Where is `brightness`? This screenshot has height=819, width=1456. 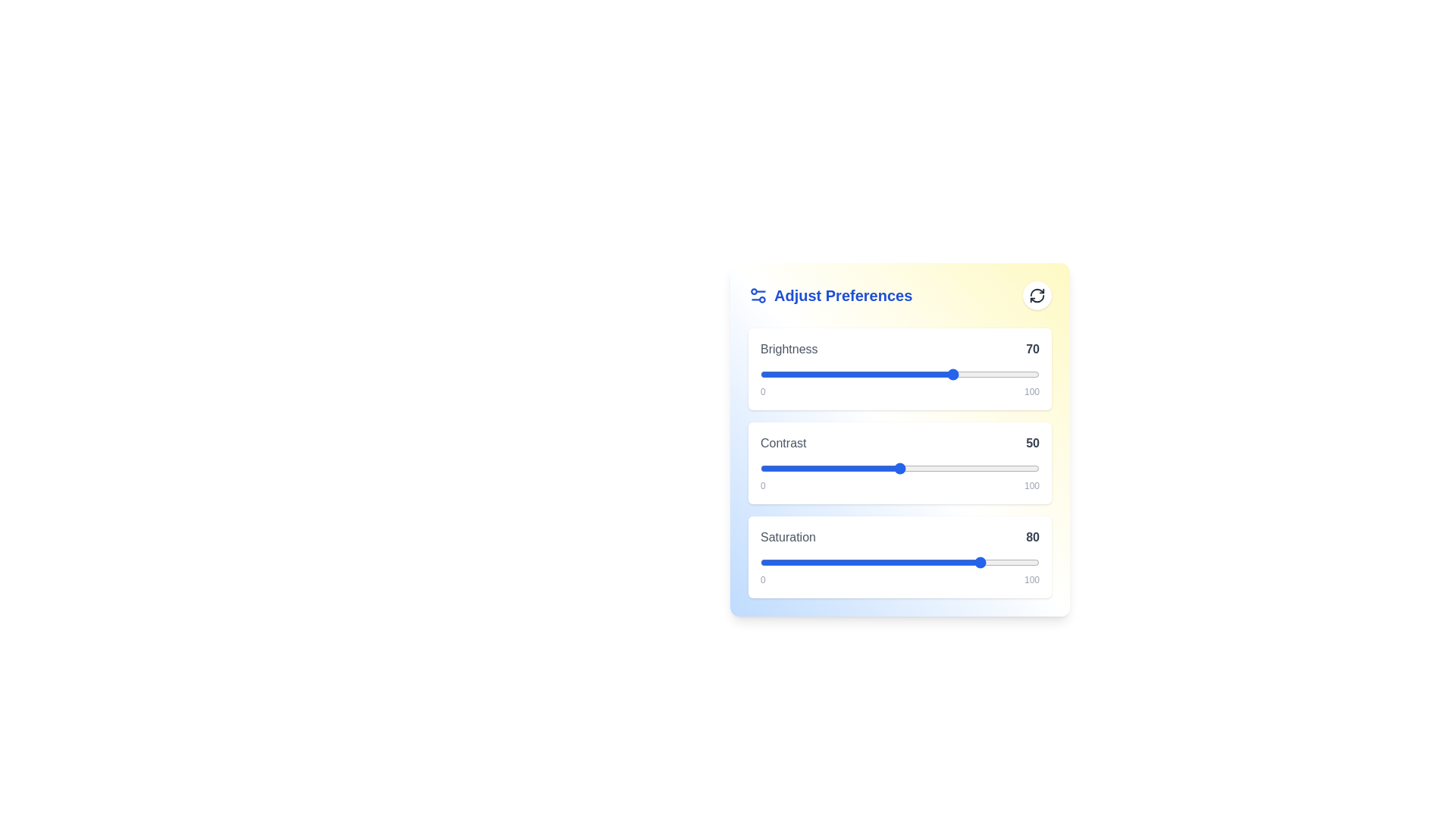
brightness is located at coordinates (1028, 374).